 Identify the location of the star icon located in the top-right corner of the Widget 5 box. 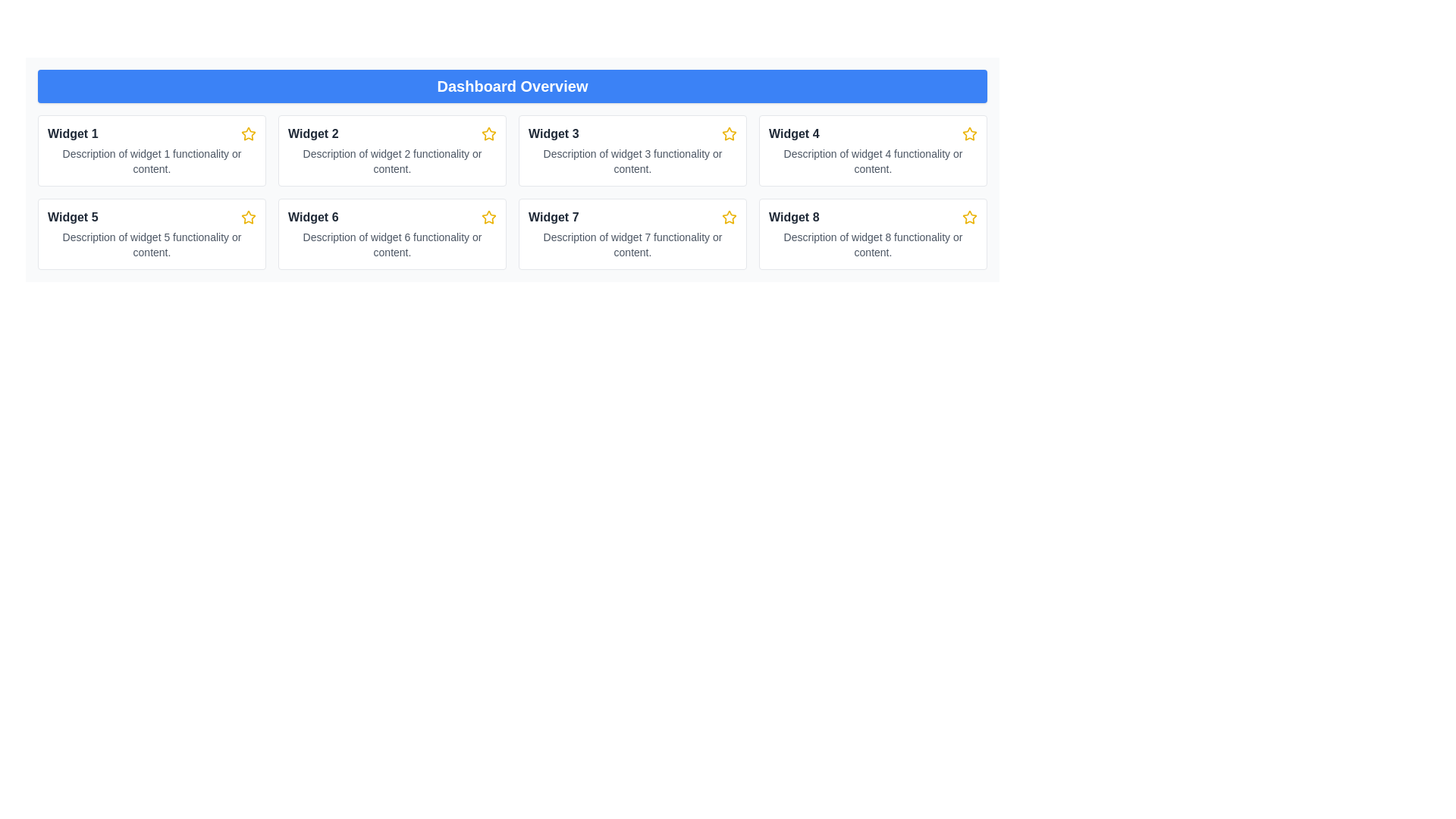
(248, 217).